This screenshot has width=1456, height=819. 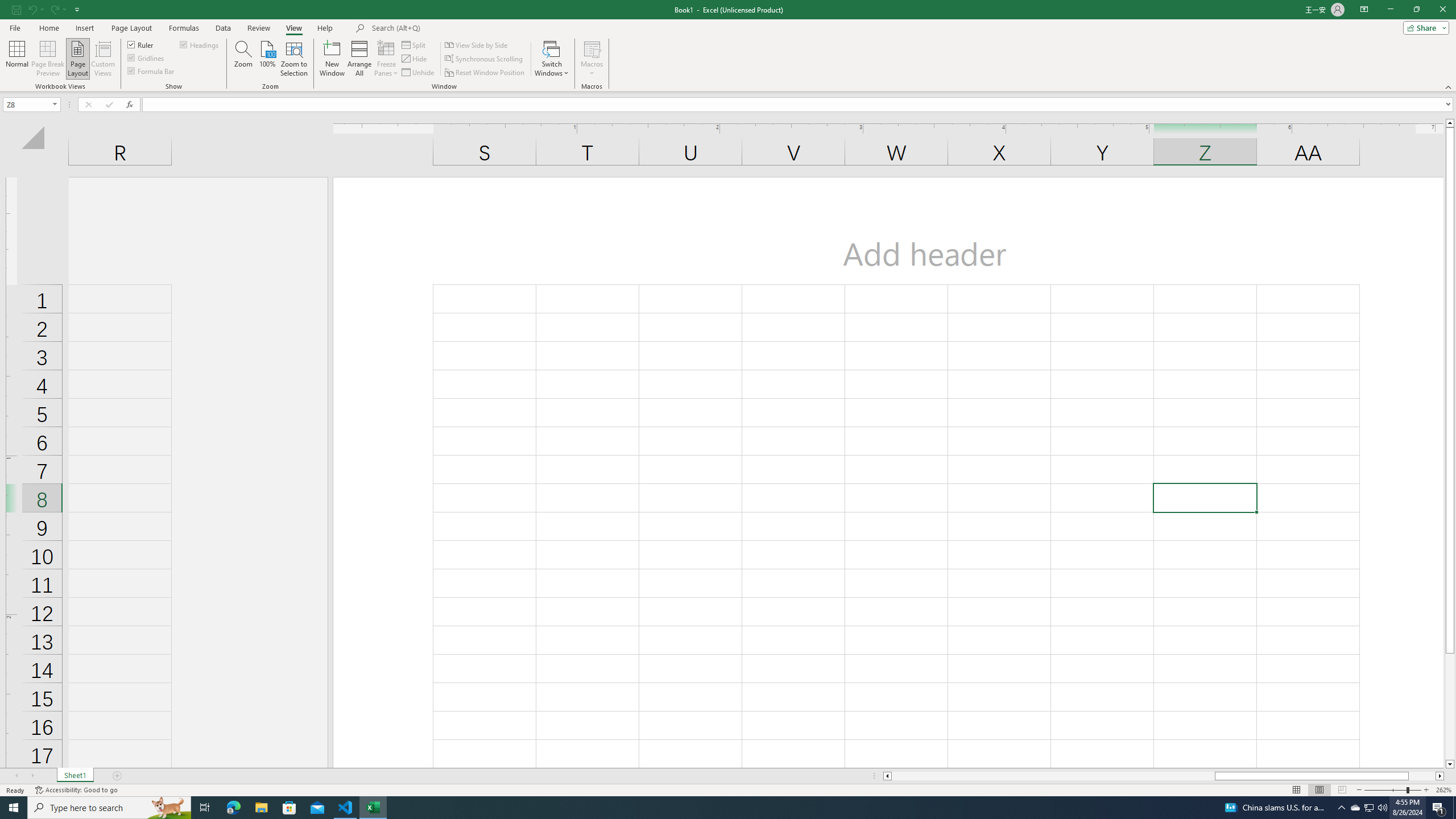 What do you see at coordinates (332, 59) in the screenshot?
I see `'New Window'` at bounding box center [332, 59].